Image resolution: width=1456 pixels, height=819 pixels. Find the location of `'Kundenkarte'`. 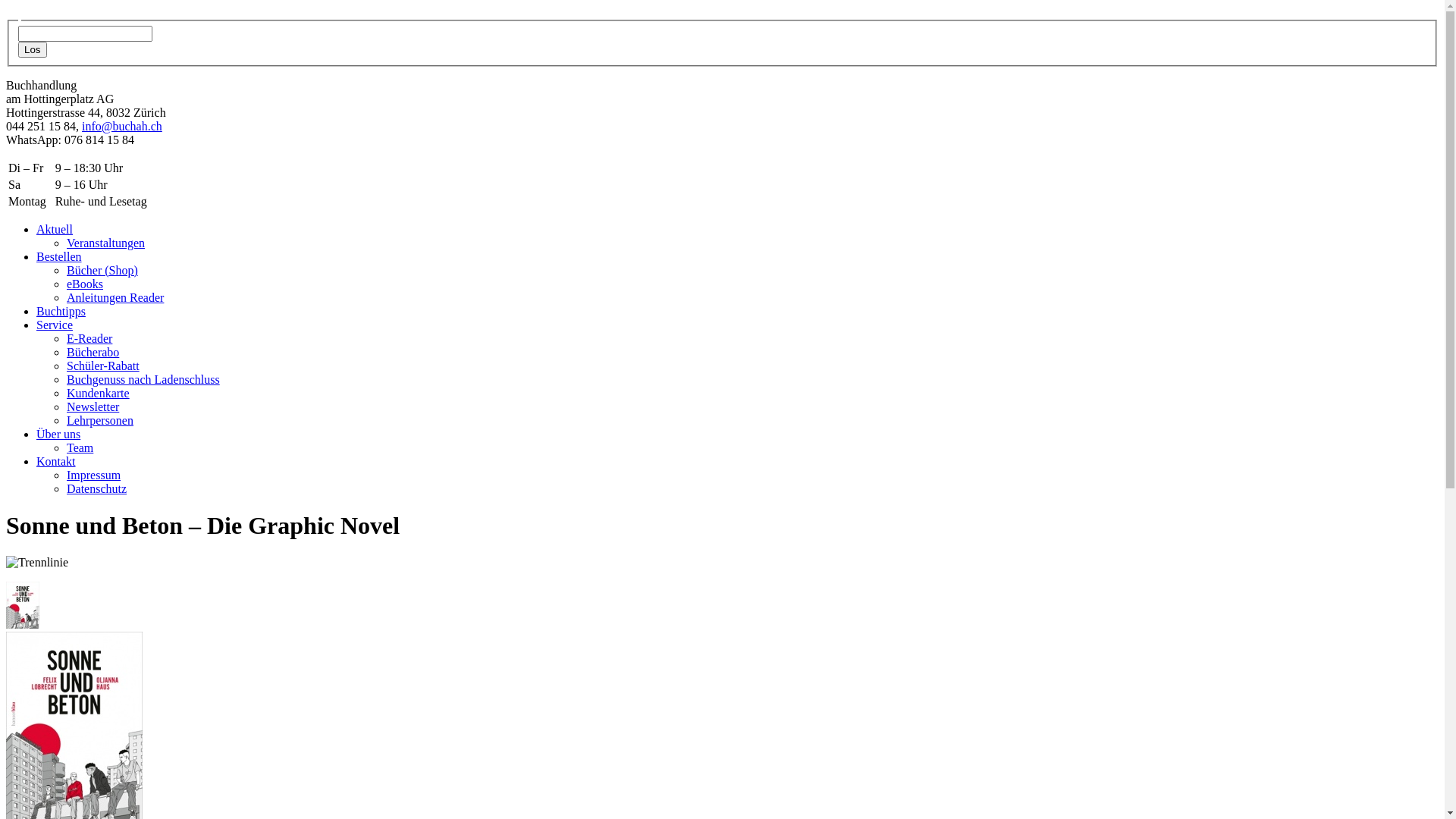

'Kundenkarte' is located at coordinates (97, 392).